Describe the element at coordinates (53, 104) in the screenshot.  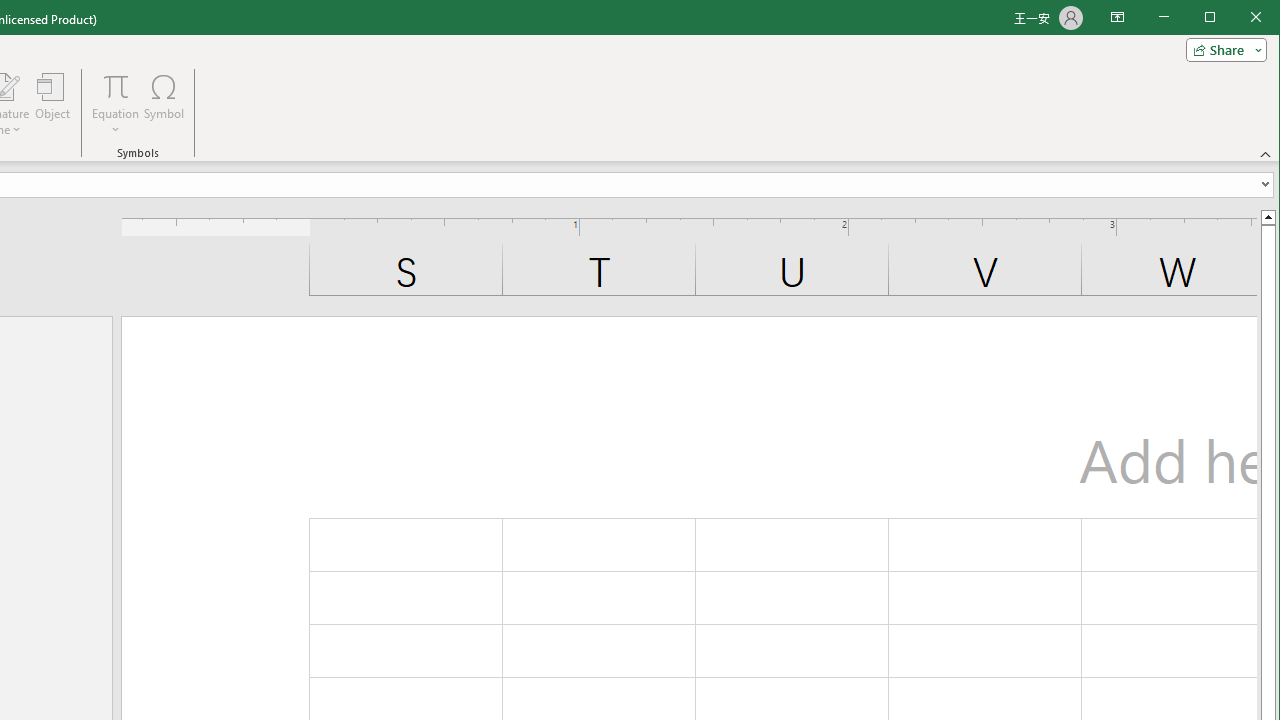
I see `'Object...'` at that location.